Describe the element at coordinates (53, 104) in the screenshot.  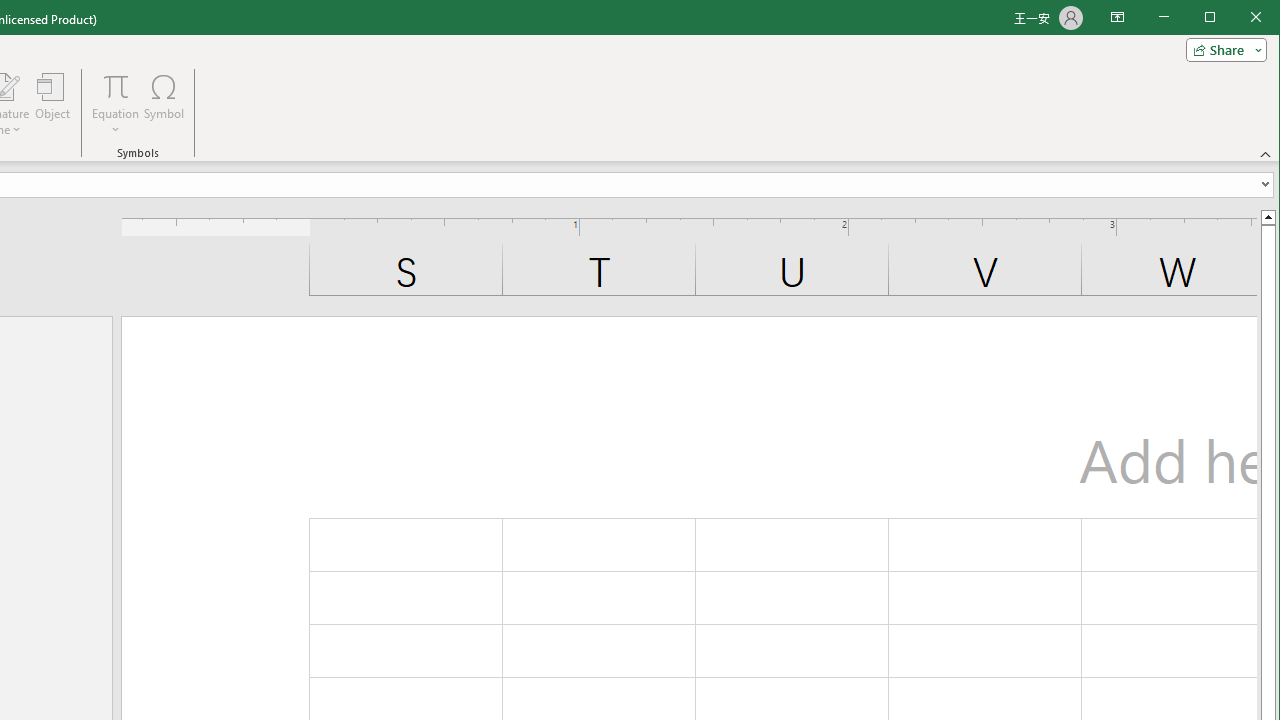
I see `'Object...'` at that location.